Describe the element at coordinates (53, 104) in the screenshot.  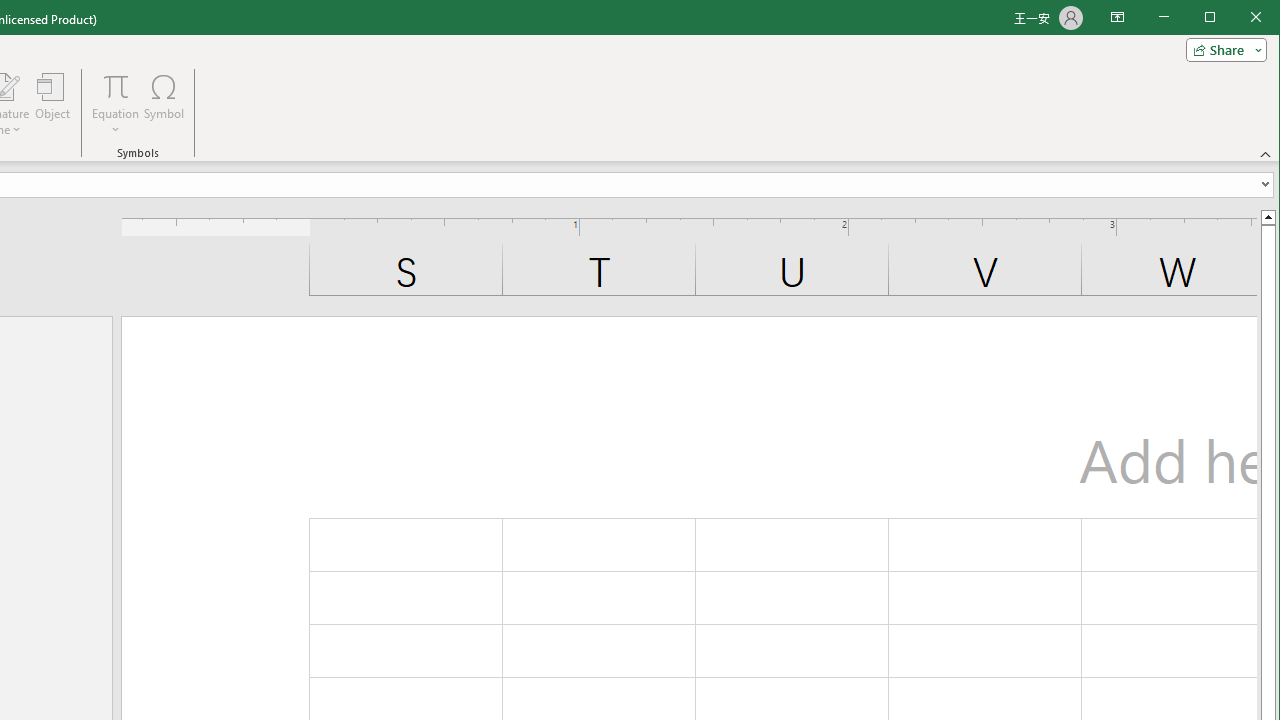
I see `'Object...'` at that location.